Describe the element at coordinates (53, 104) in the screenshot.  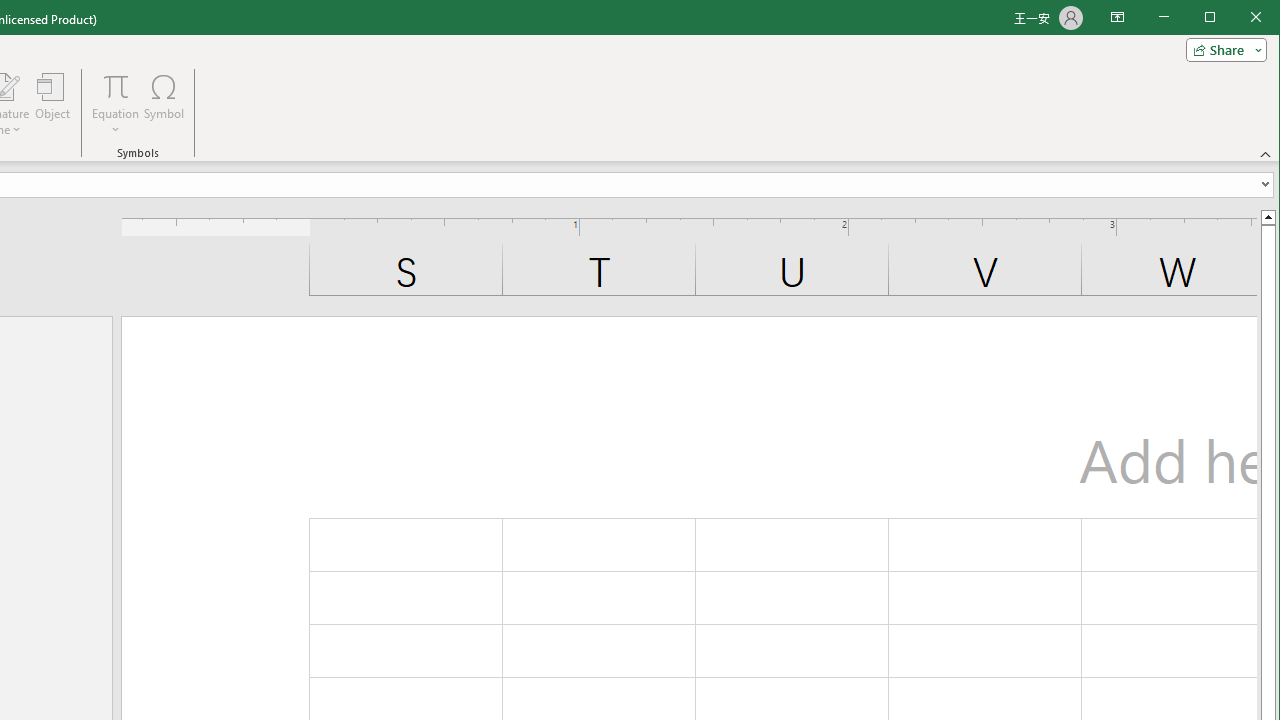
I see `'Object...'` at that location.